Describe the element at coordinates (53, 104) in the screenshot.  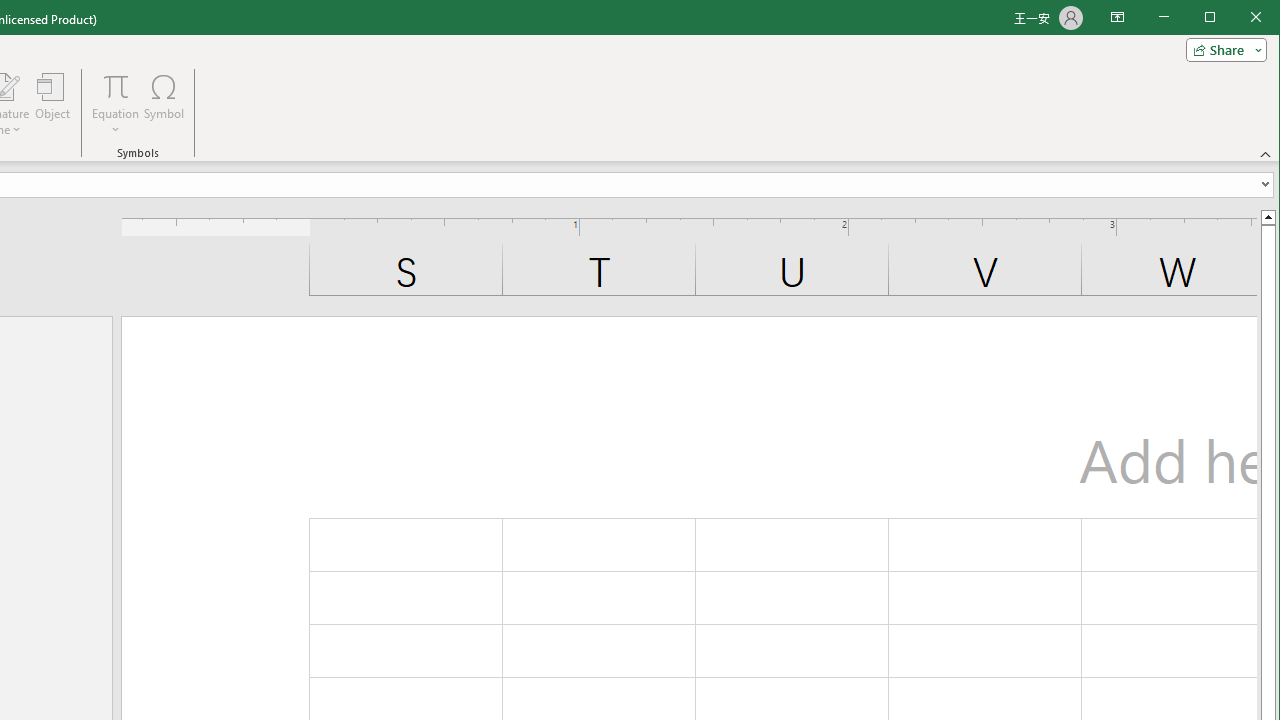
I see `'Object...'` at that location.